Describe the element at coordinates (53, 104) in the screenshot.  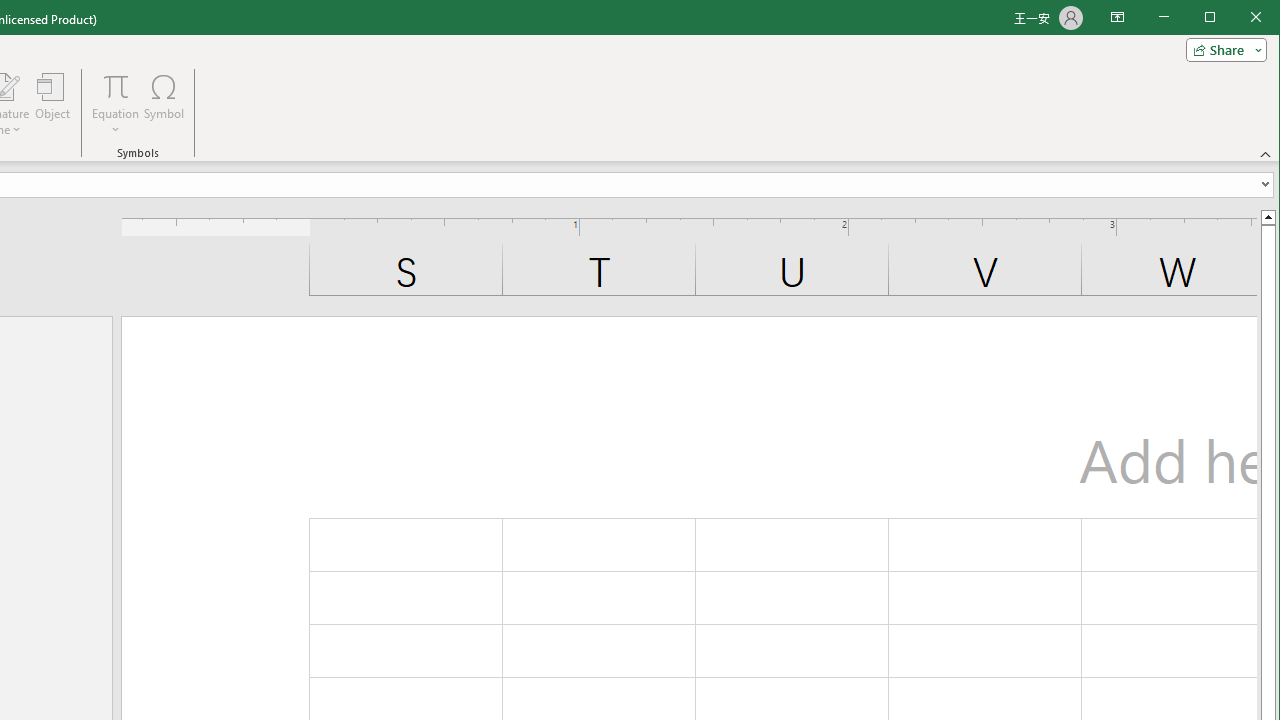
I see `'Object...'` at that location.